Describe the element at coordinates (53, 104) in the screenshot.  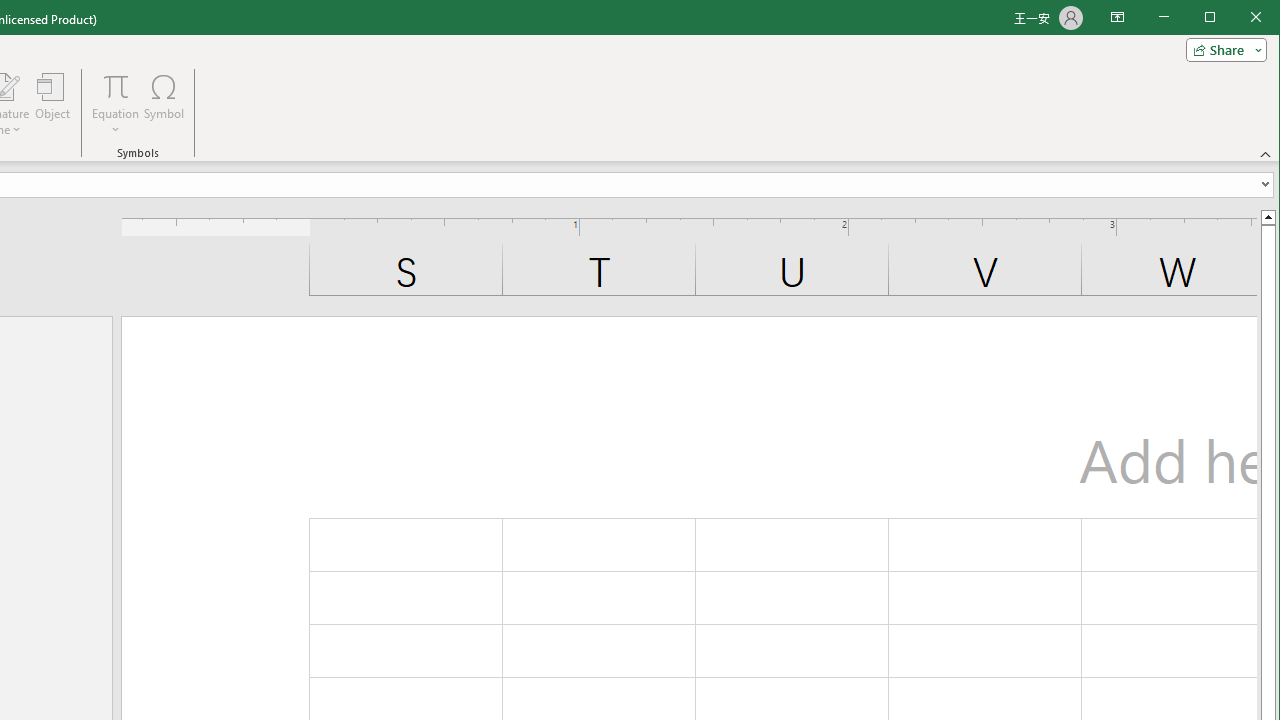
I see `'Object...'` at that location.